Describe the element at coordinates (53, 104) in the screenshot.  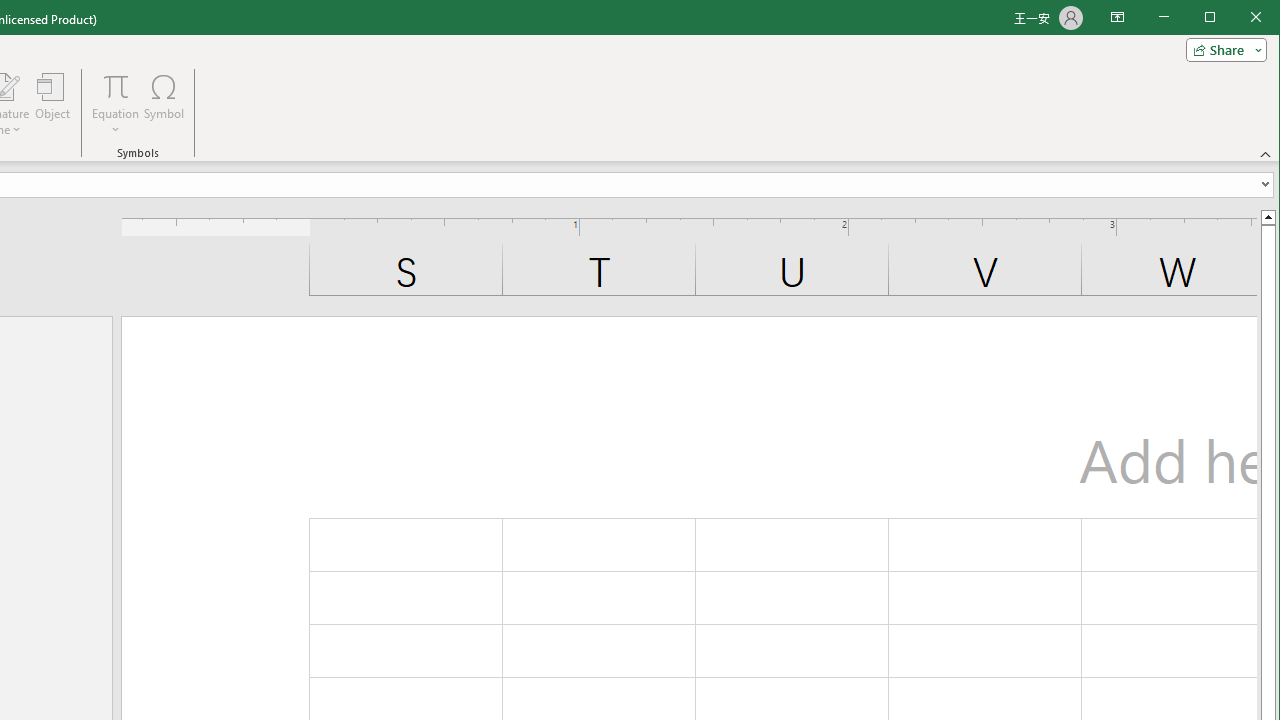
I see `'Object...'` at that location.